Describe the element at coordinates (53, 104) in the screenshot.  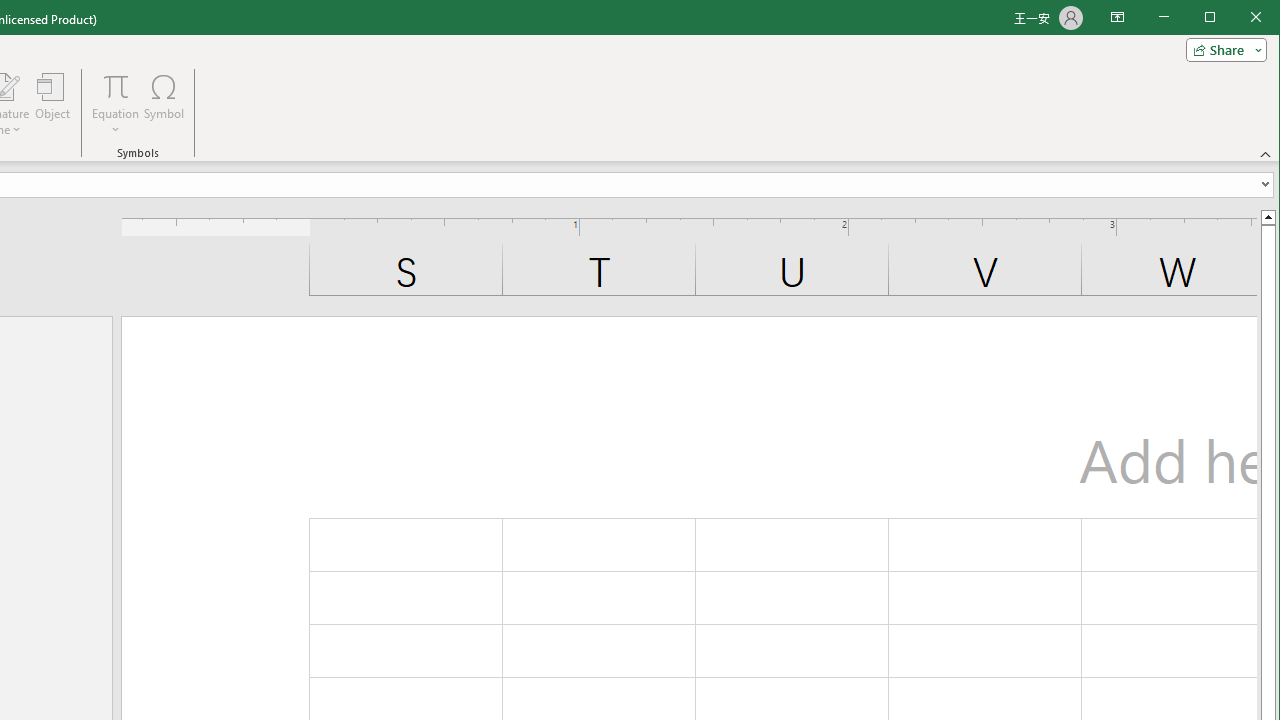
I see `'Object...'` at that location.